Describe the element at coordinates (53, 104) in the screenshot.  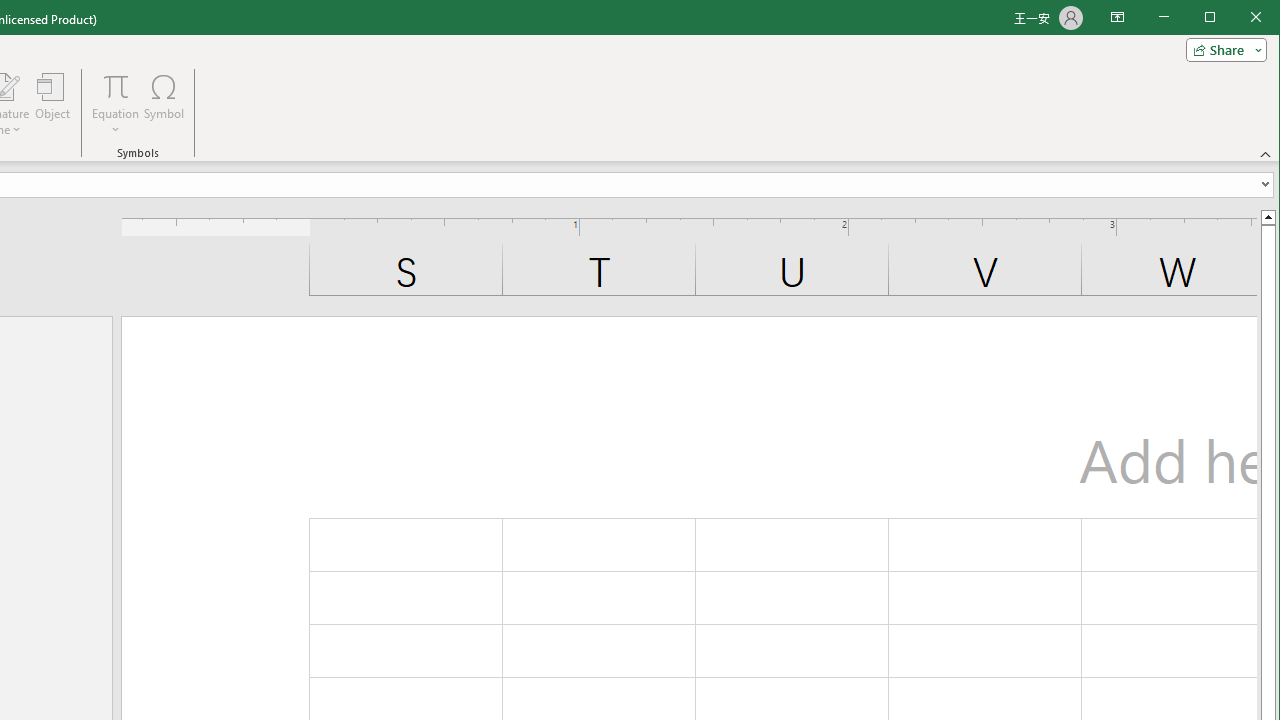
I see `'Object...'` at that location.